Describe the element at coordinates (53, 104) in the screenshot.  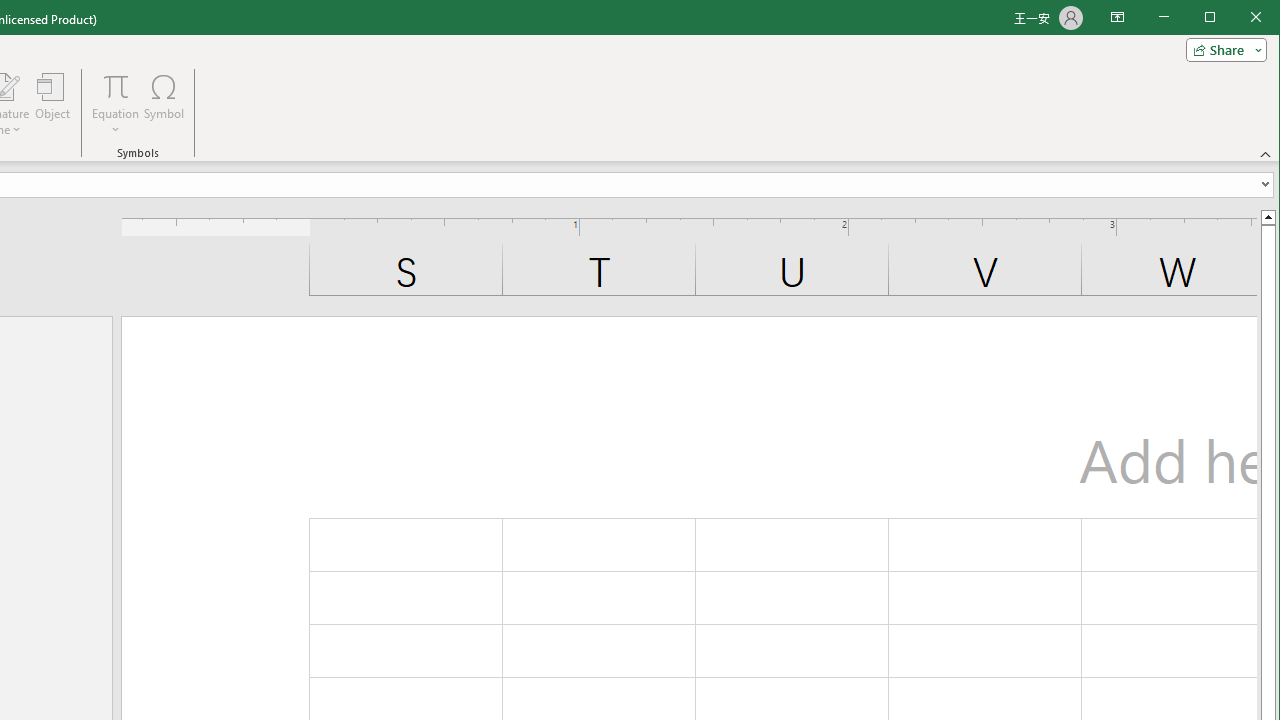
I see `'Object...'` at that location.